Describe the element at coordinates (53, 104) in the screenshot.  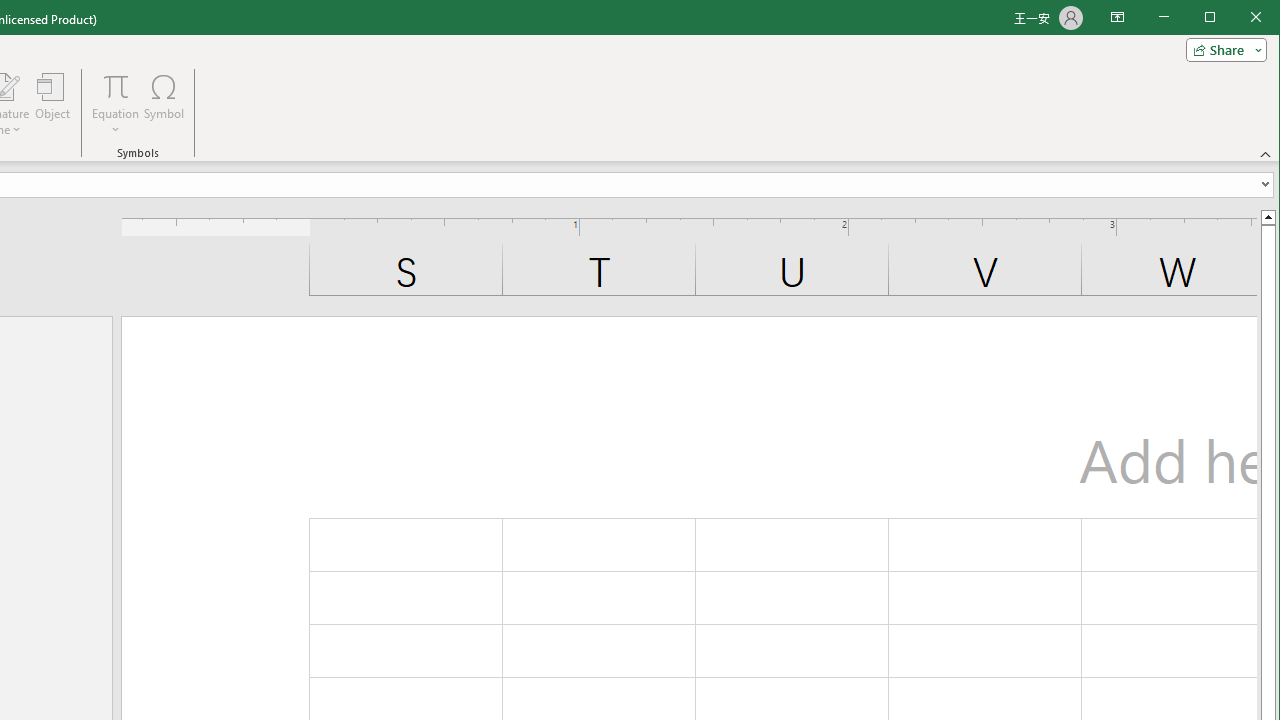
I see `'Object...'` at that location.